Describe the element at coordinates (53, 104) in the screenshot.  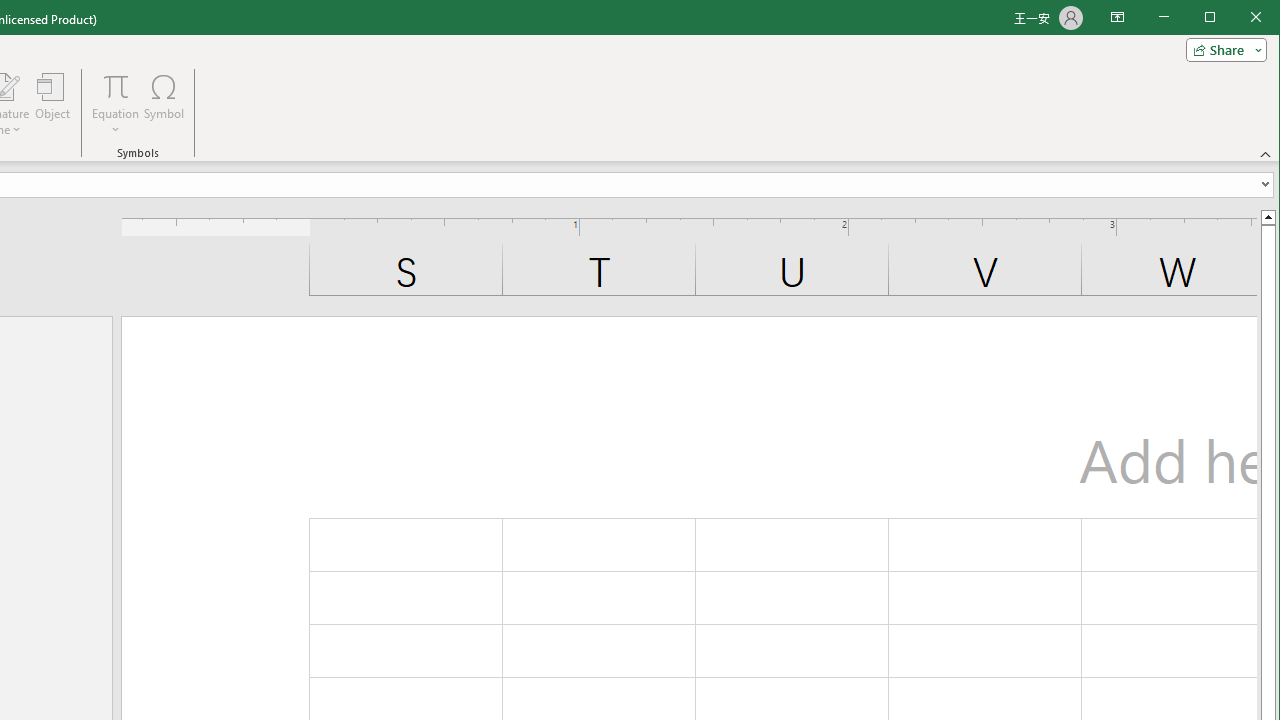
I see `'Object...'` at that location.